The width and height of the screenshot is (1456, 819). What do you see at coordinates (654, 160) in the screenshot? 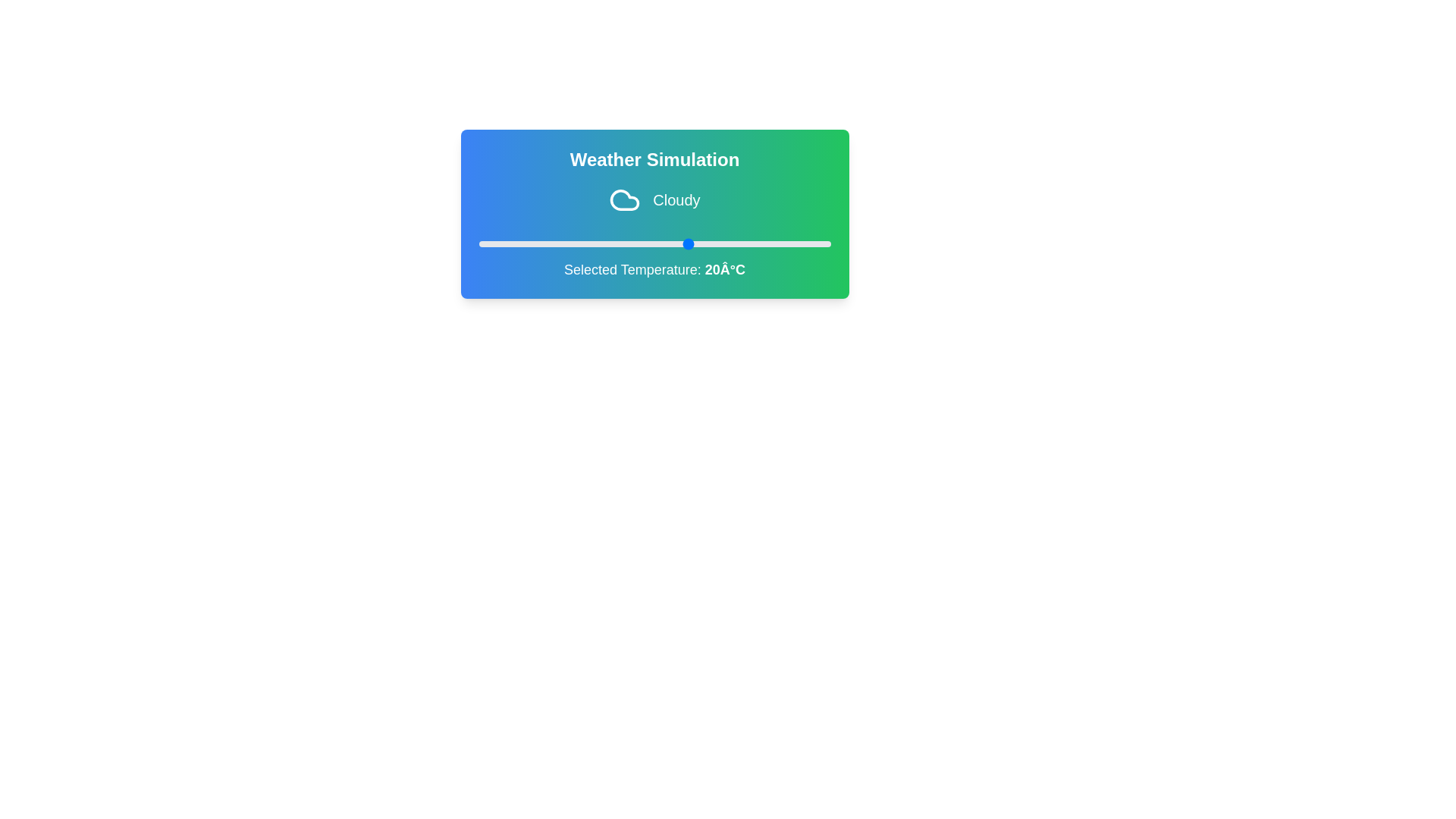
I see `the text label at the top of the weather simulation card, which summarizes the content clearly and concisely` at bounding box center [654, 160].